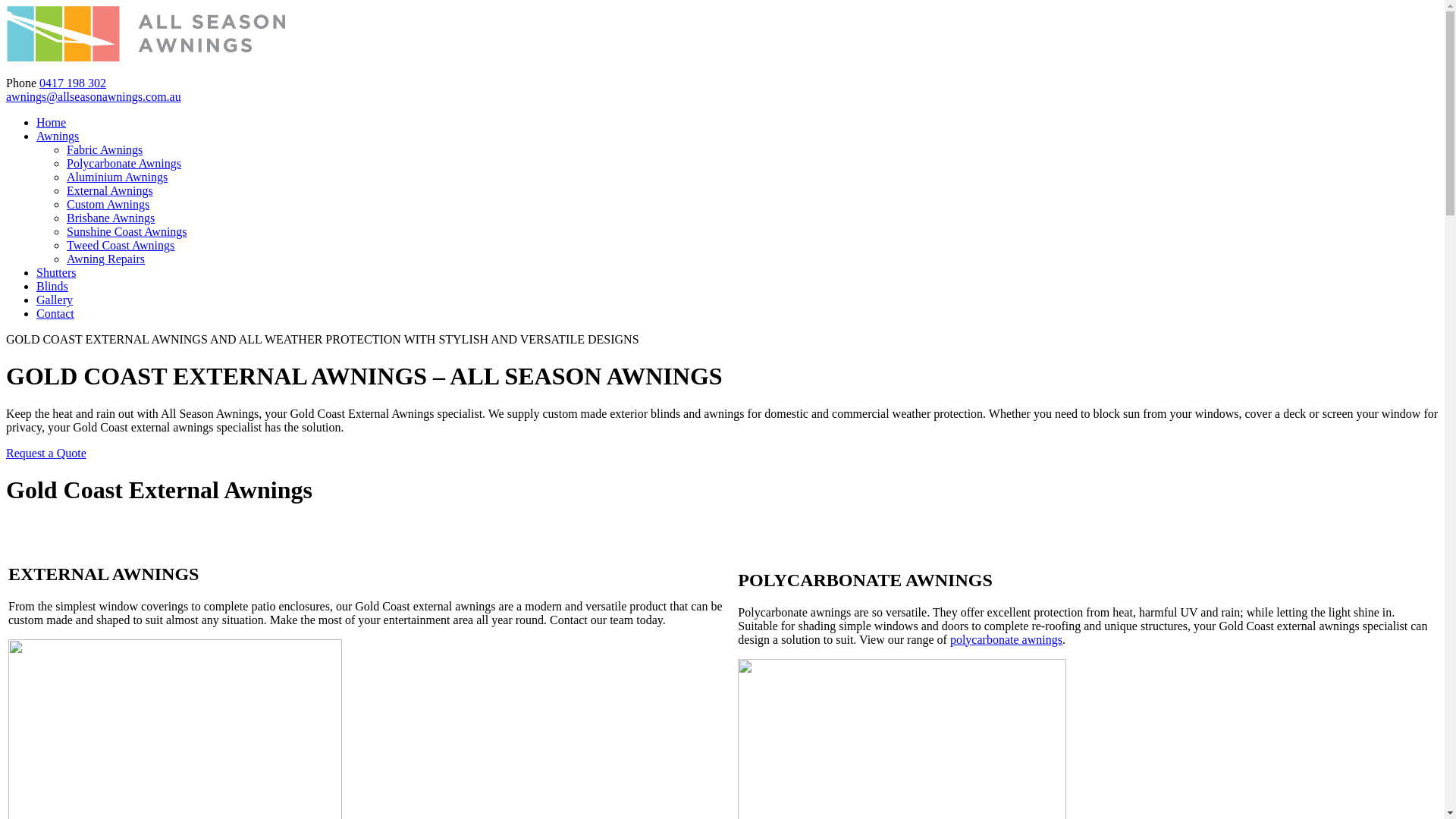 The image size is (1456, 819). I want to click on 'awnings@allseasonawnings.com.au', so click(93, 96).